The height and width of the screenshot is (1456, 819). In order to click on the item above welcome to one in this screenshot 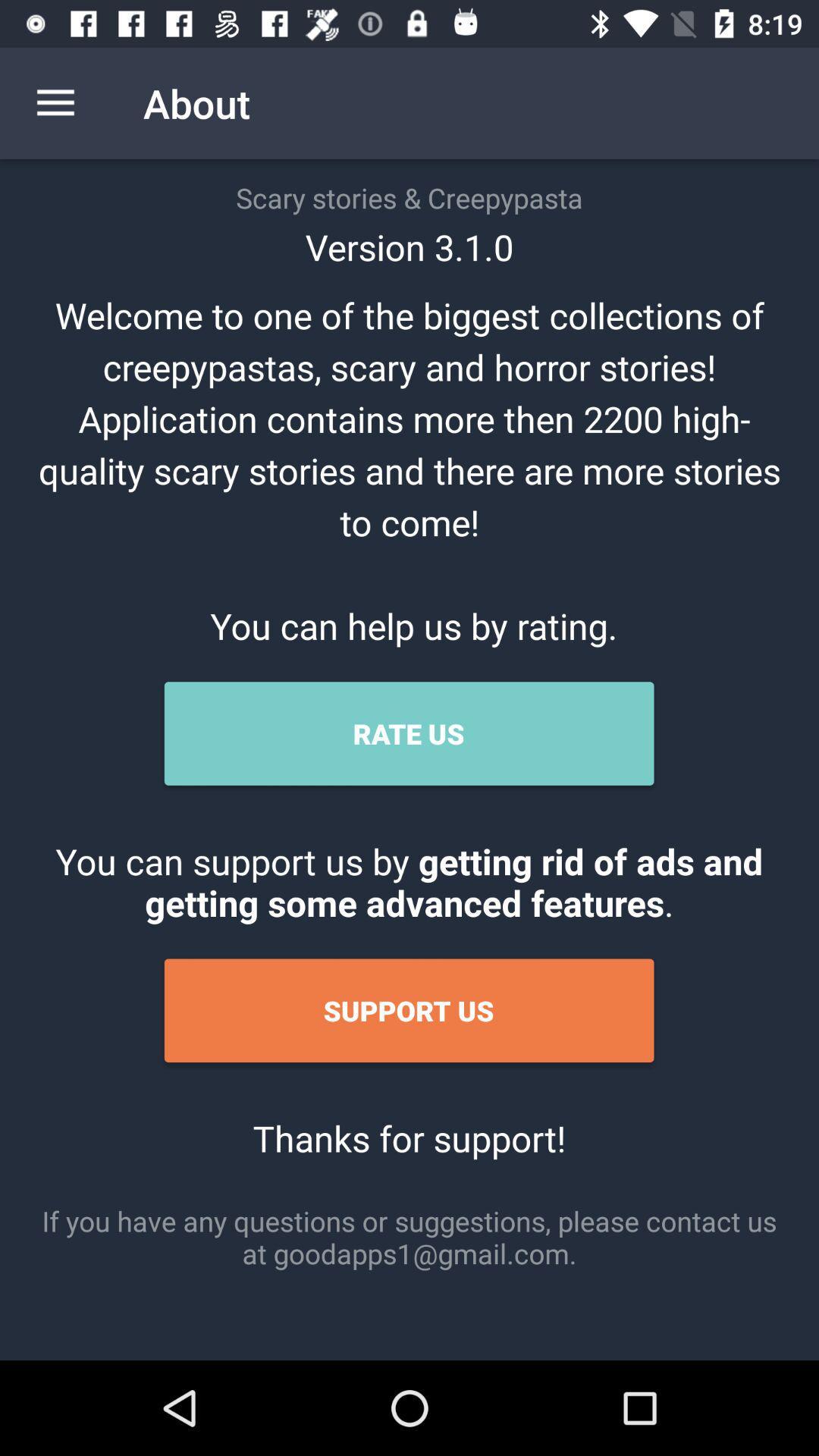, I will do `click(55, 102)`.